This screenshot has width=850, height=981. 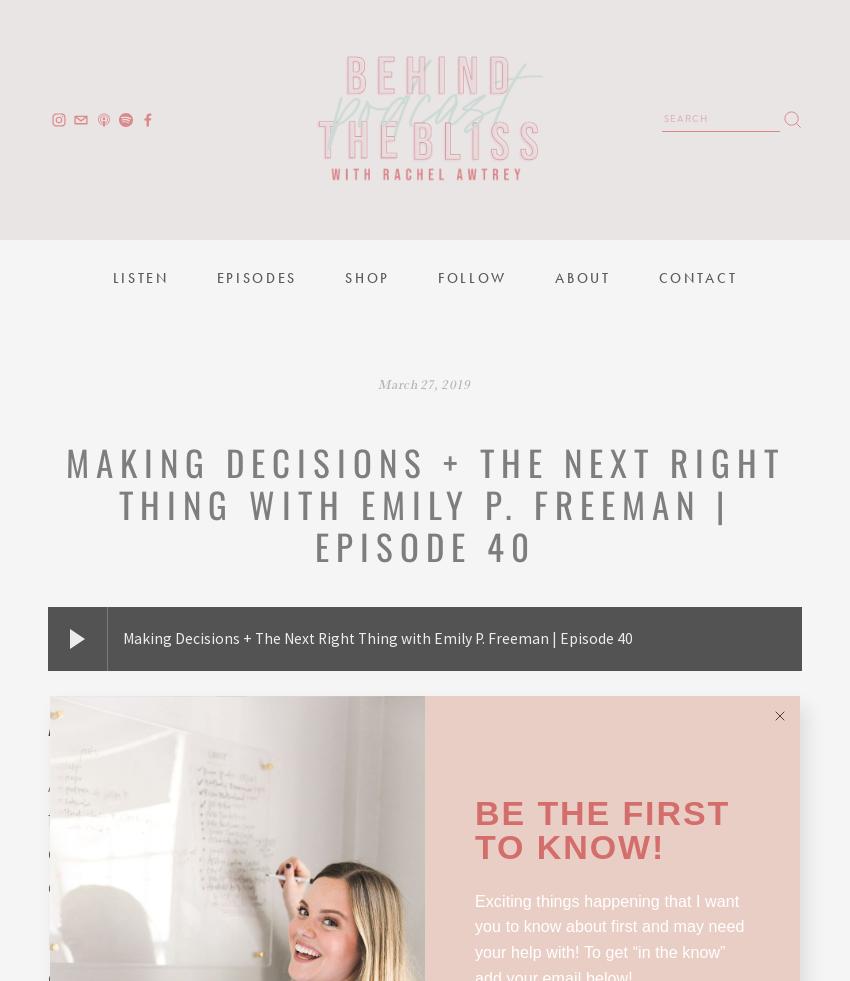 I want to click on 'About', so click(x=582, y=277).